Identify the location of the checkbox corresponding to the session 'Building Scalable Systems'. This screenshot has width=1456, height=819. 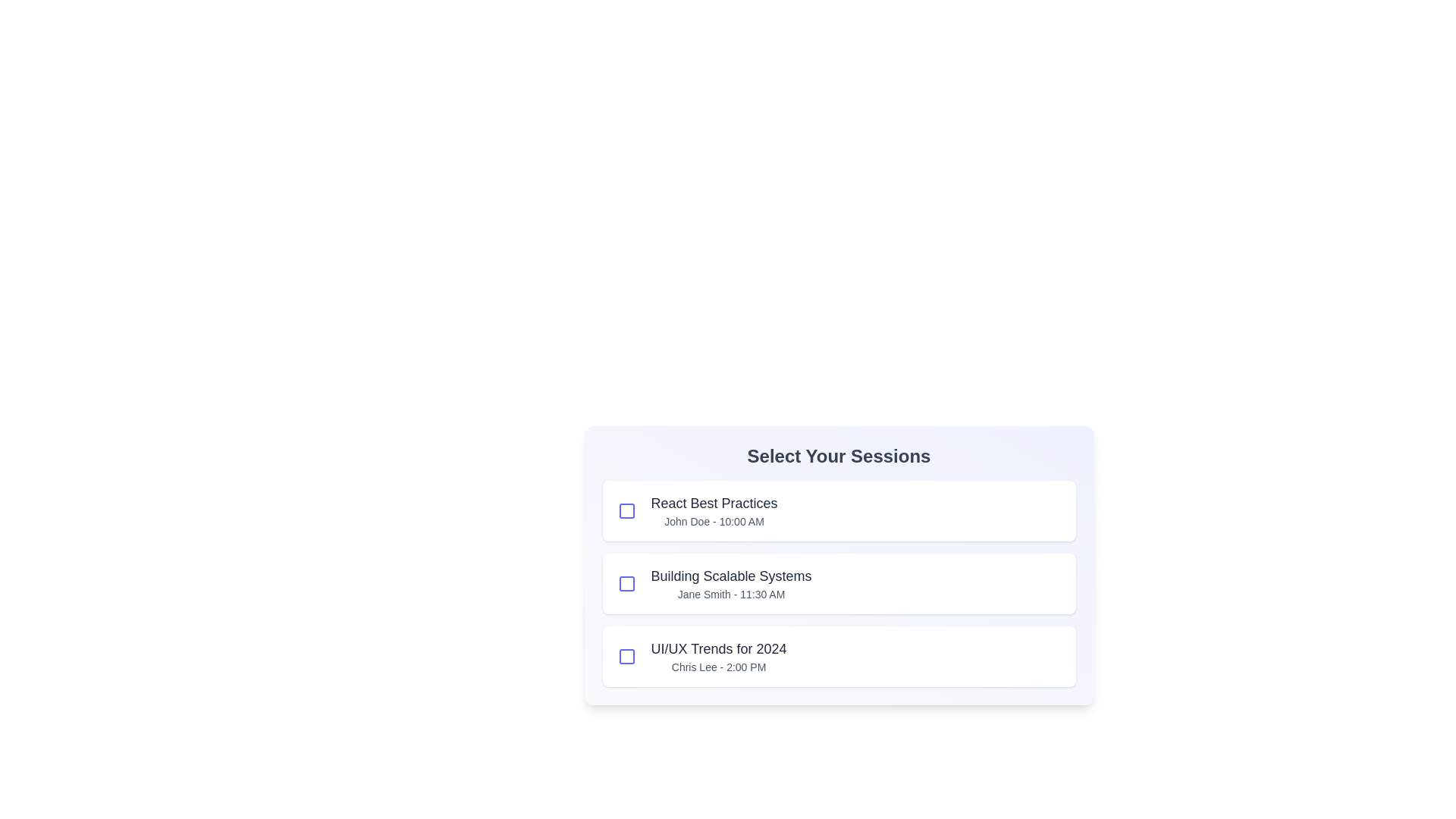
(626, 583).